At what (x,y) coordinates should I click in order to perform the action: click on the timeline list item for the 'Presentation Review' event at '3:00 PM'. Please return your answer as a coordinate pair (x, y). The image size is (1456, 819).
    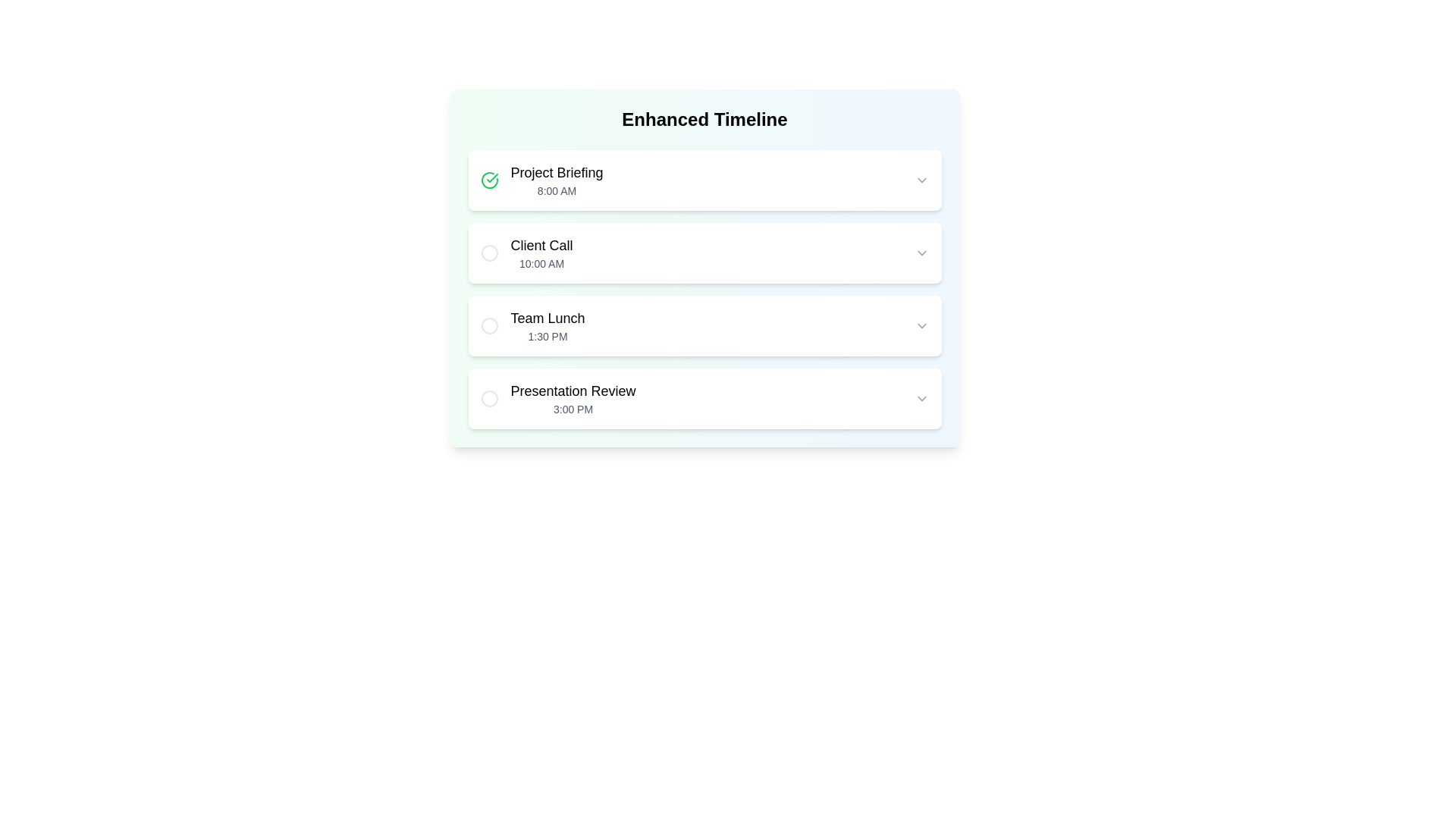
    Looking at the image, I should click on (704, 397).